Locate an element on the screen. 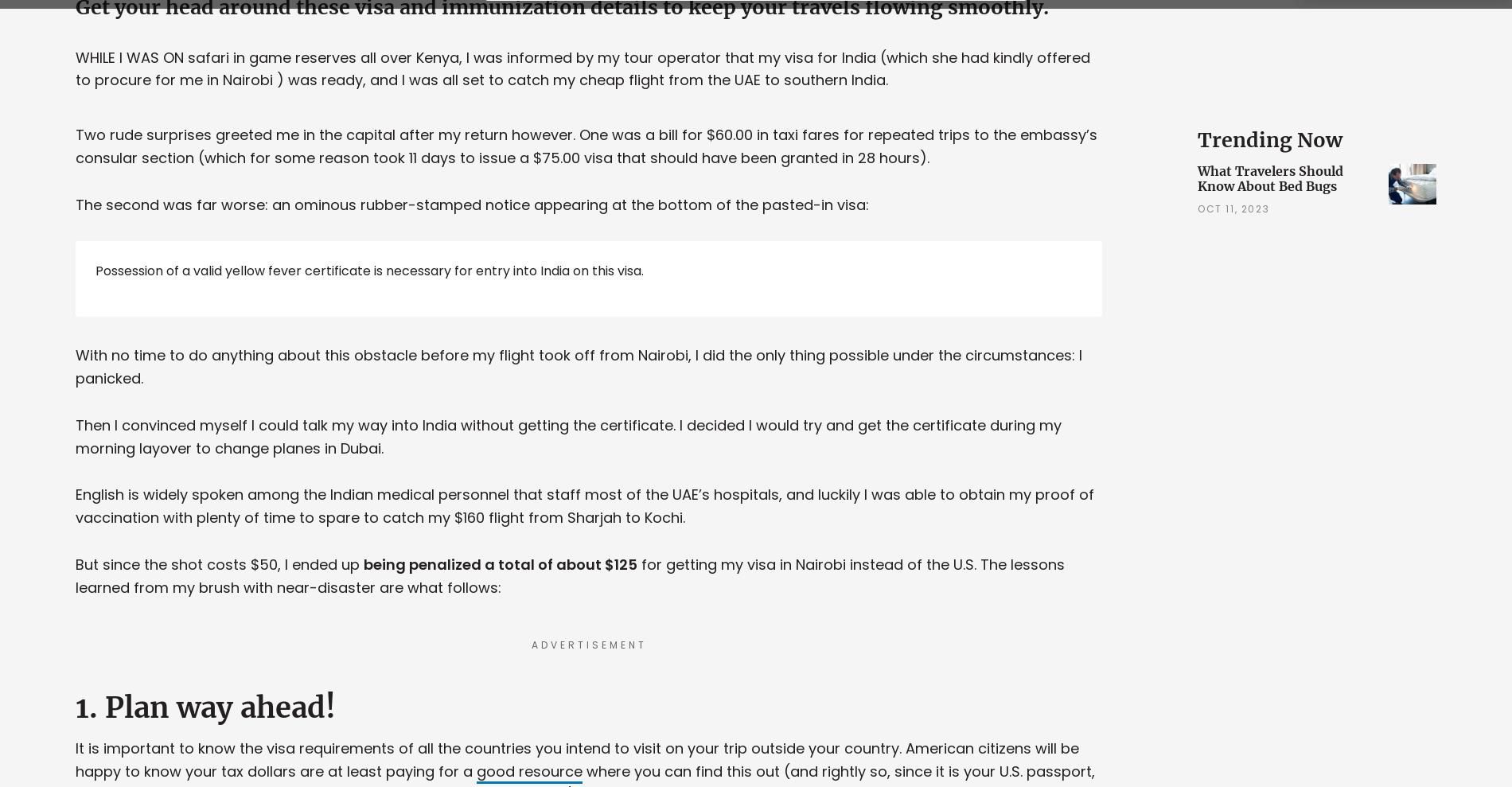  'Then I convinced myself I could talk my way into India without getting the certificate. I decided I would try and get the certificate during my morning layover to change planes in Dubai.' is located at coordinates (567, 436).